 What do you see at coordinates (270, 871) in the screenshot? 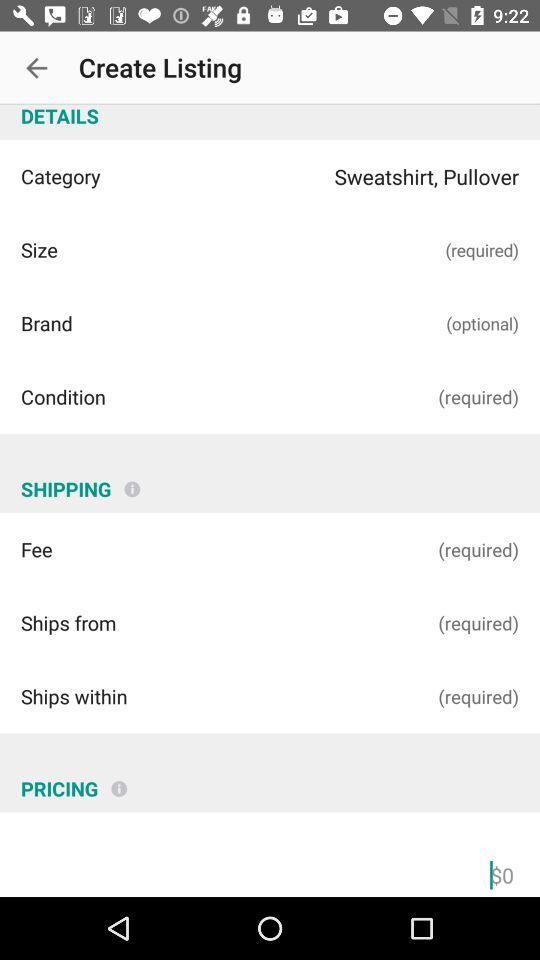
I see `total price` at bounding box center [270, 871].